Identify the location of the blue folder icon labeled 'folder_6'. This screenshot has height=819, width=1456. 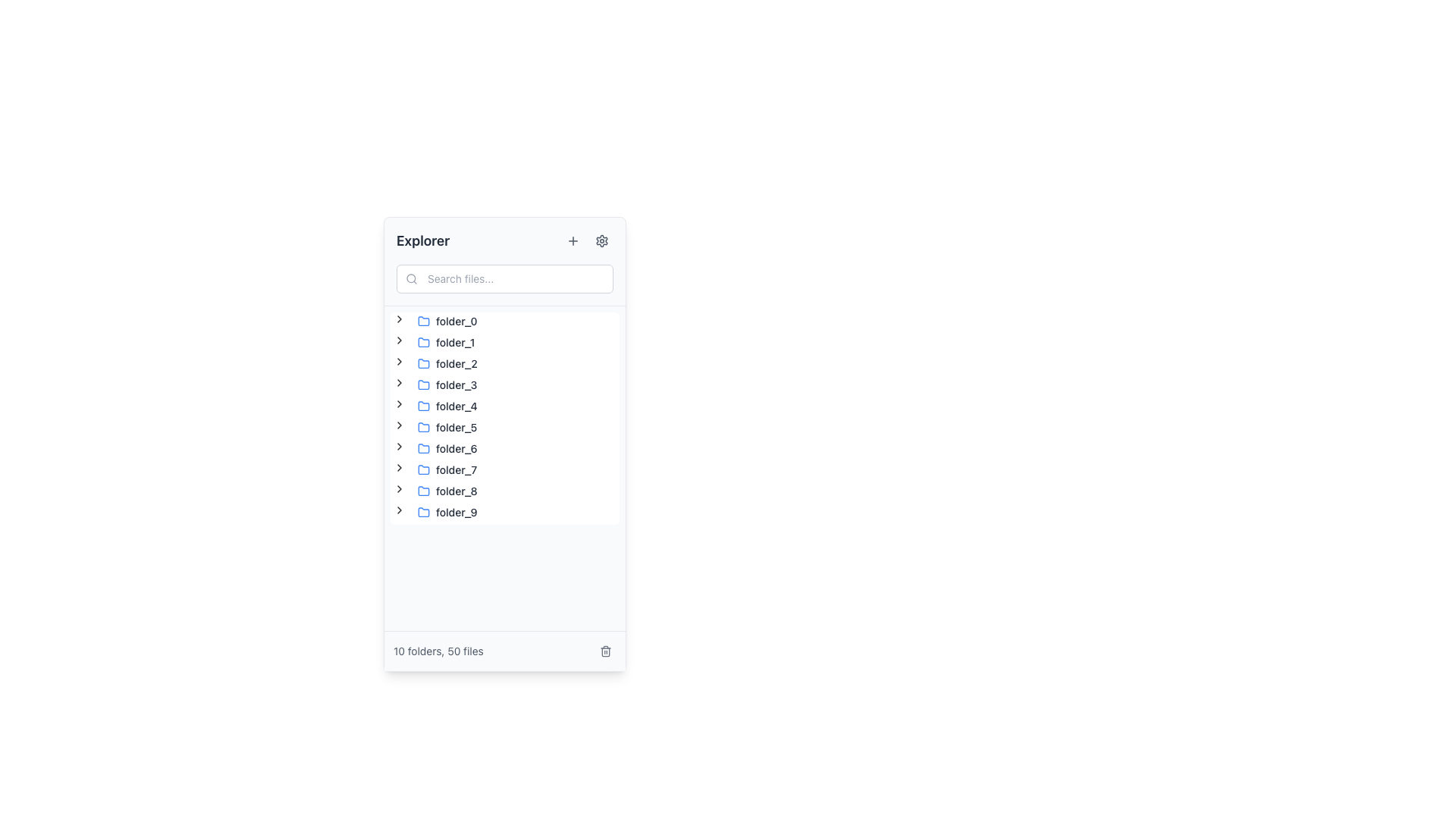
(423, 447).